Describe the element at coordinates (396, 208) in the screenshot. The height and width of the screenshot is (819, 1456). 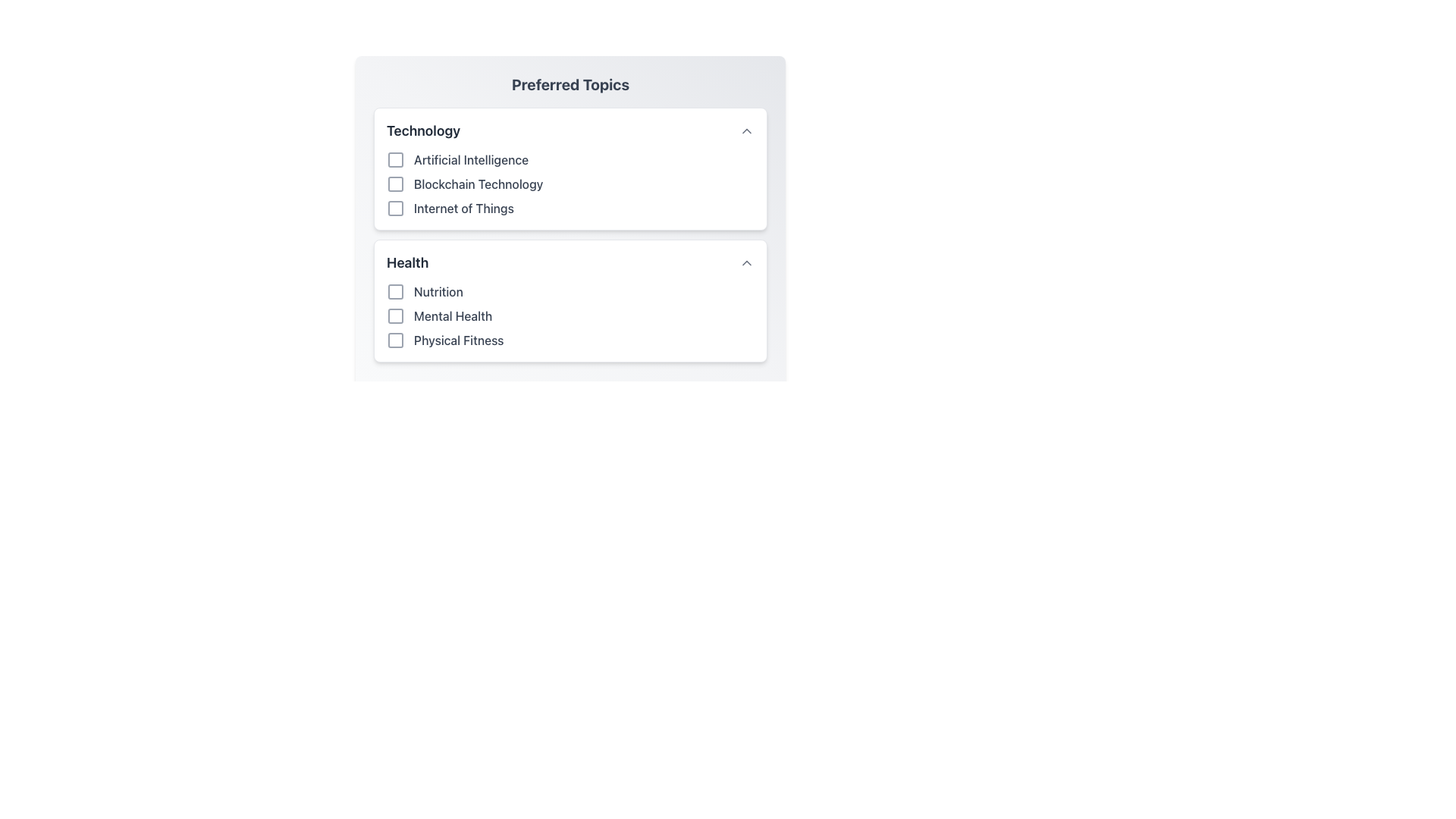
I see `the checkbox` at that location.